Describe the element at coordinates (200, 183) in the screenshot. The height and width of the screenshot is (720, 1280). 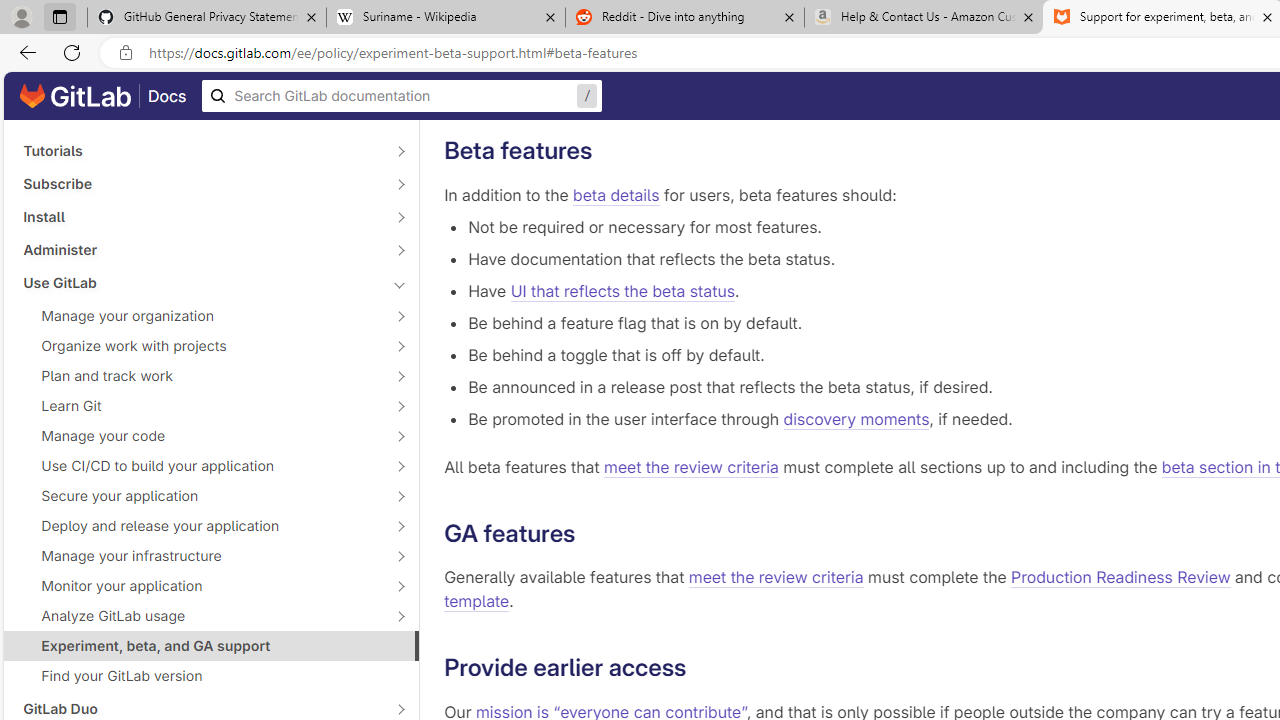
I see `'Subscribe'` at that location.